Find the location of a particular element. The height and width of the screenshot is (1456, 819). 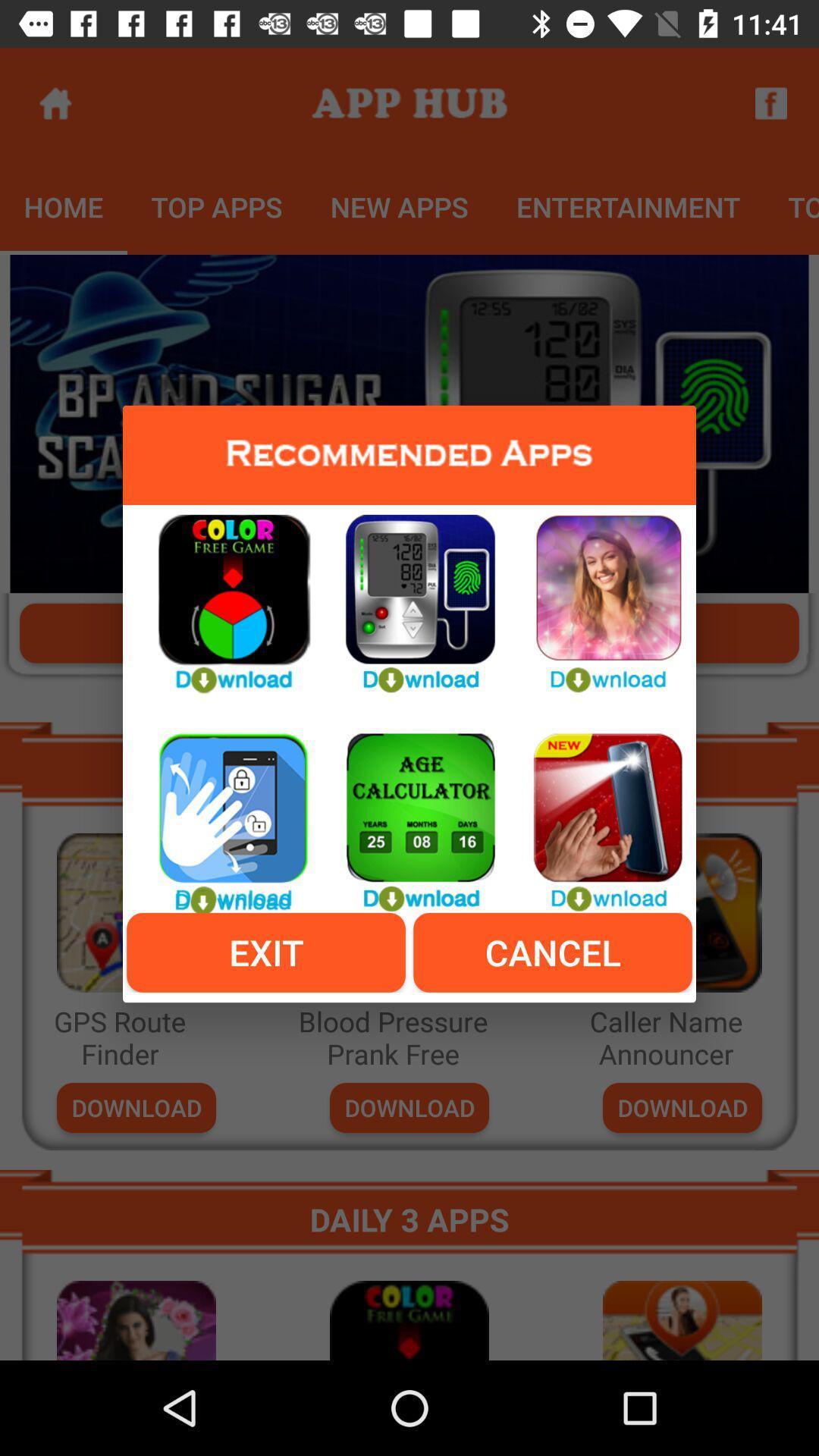

to calculate is located at coordinates (409, 813).